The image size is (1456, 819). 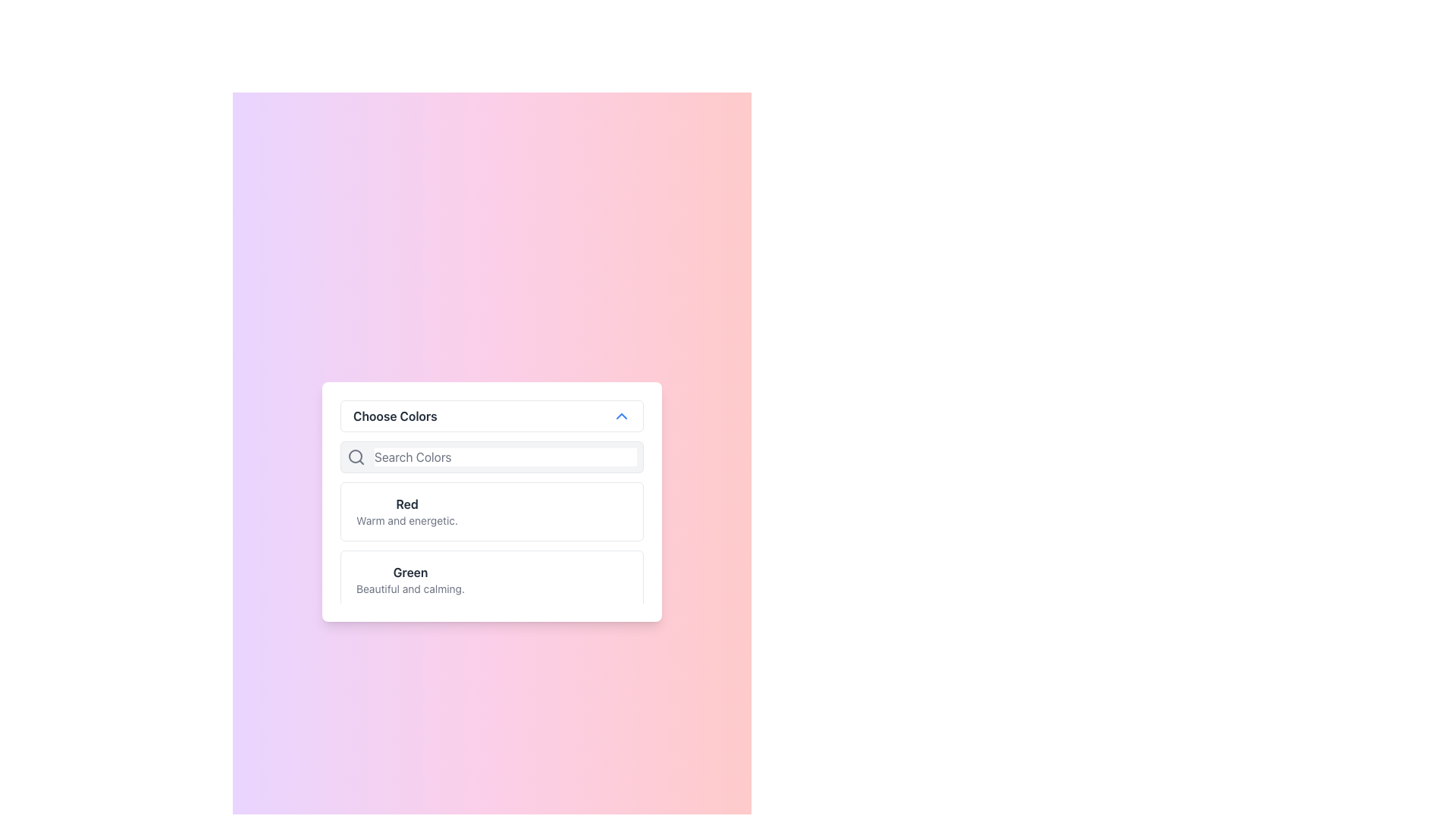 I want to click on the placeholder text 'Search Colors' in the search bar, which is a light gray rounded rectangle input field located directly beneath the 'Choose Colors' header, so click(x=491, y=456).